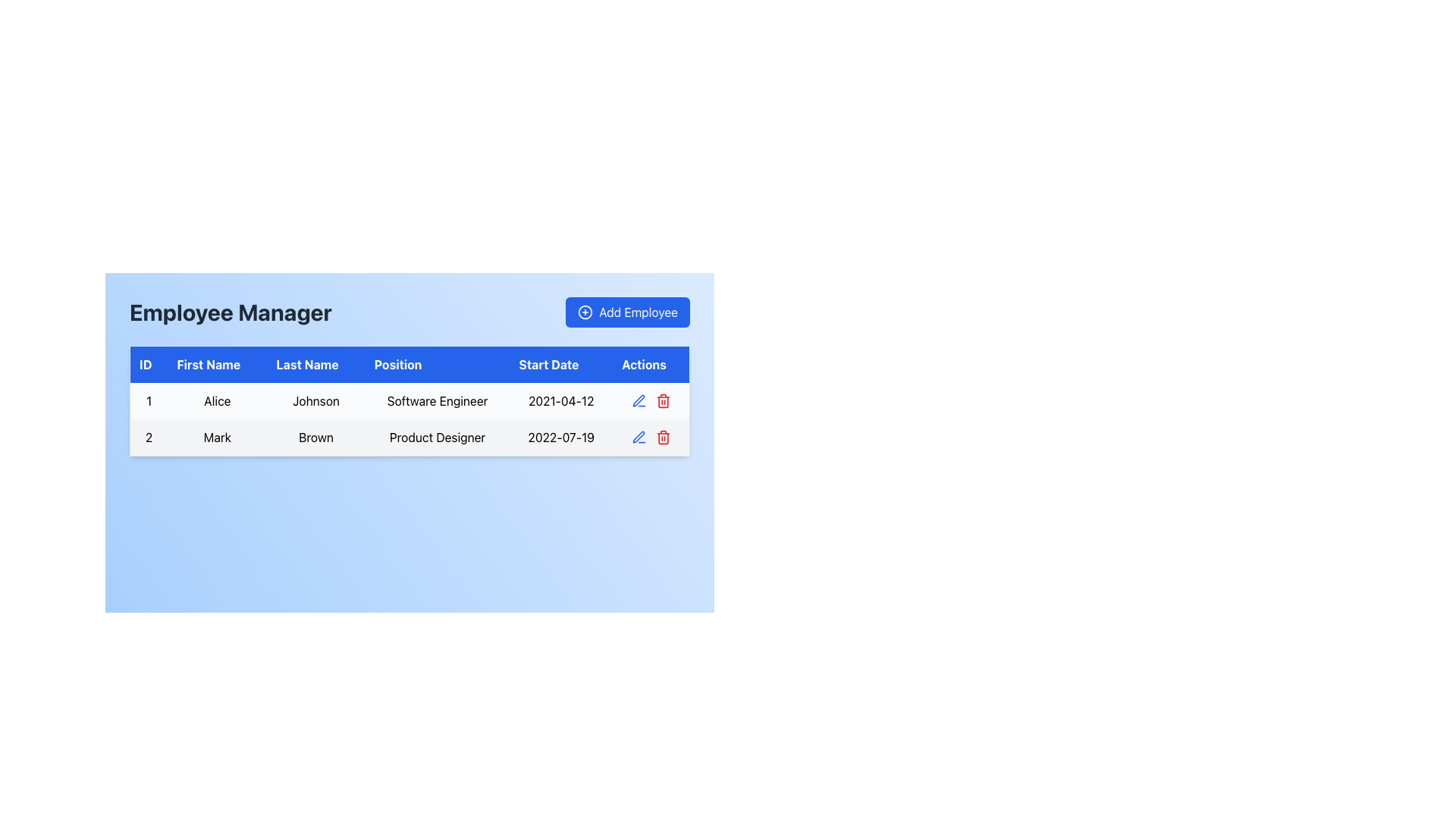 The height and width of the screenshot is (819, 1456). Describe the element at coordinates (216, 400) in the screenshot. I see `the text label that displays the first name of the listed individual, located in the first cell of the first row under the 'First Name' header in the employee information table` at that location.